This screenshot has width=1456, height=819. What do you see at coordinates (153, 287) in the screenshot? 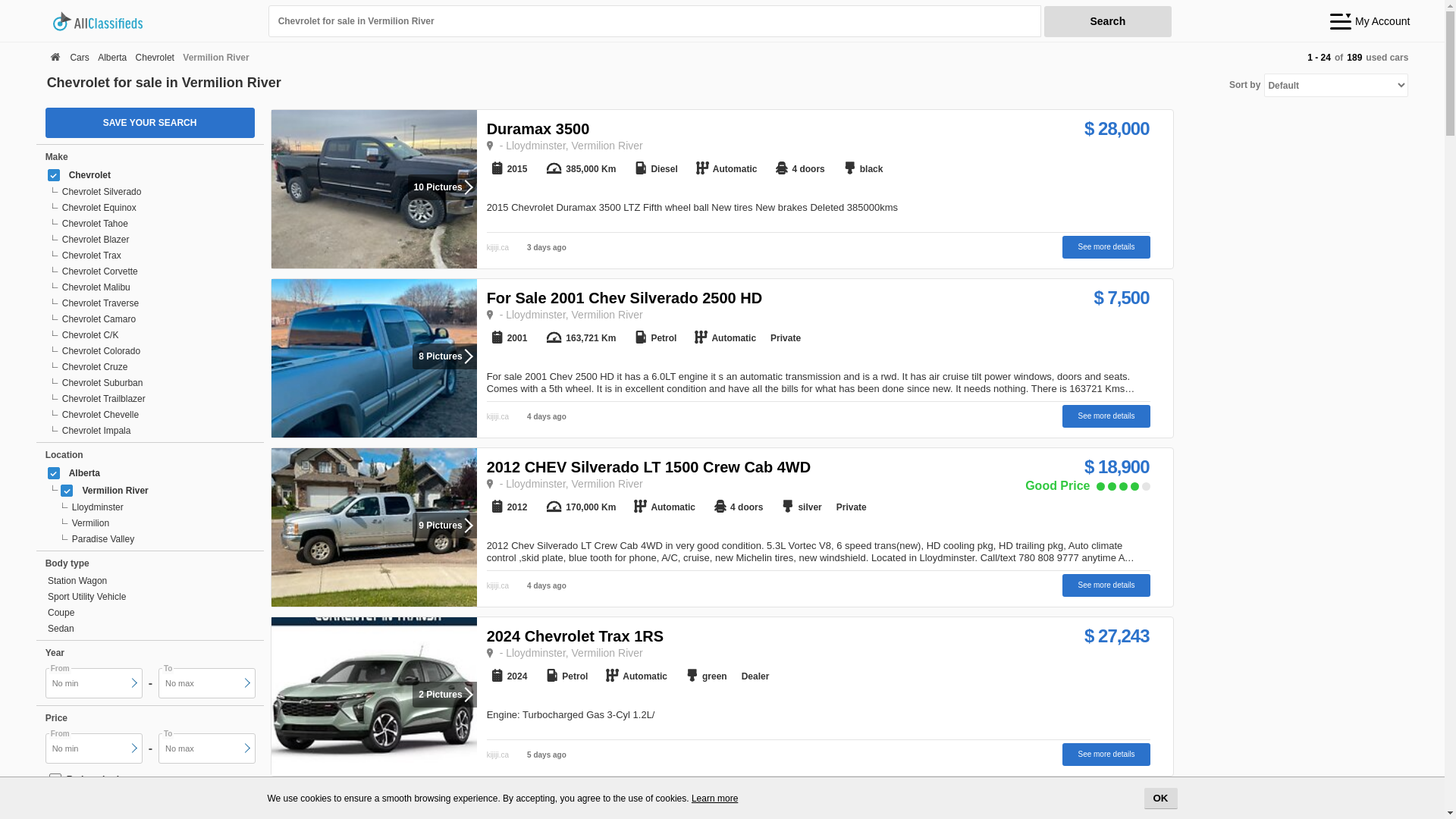
I see `'Chevrolet Malibu'` at bounding box center [153, 287].